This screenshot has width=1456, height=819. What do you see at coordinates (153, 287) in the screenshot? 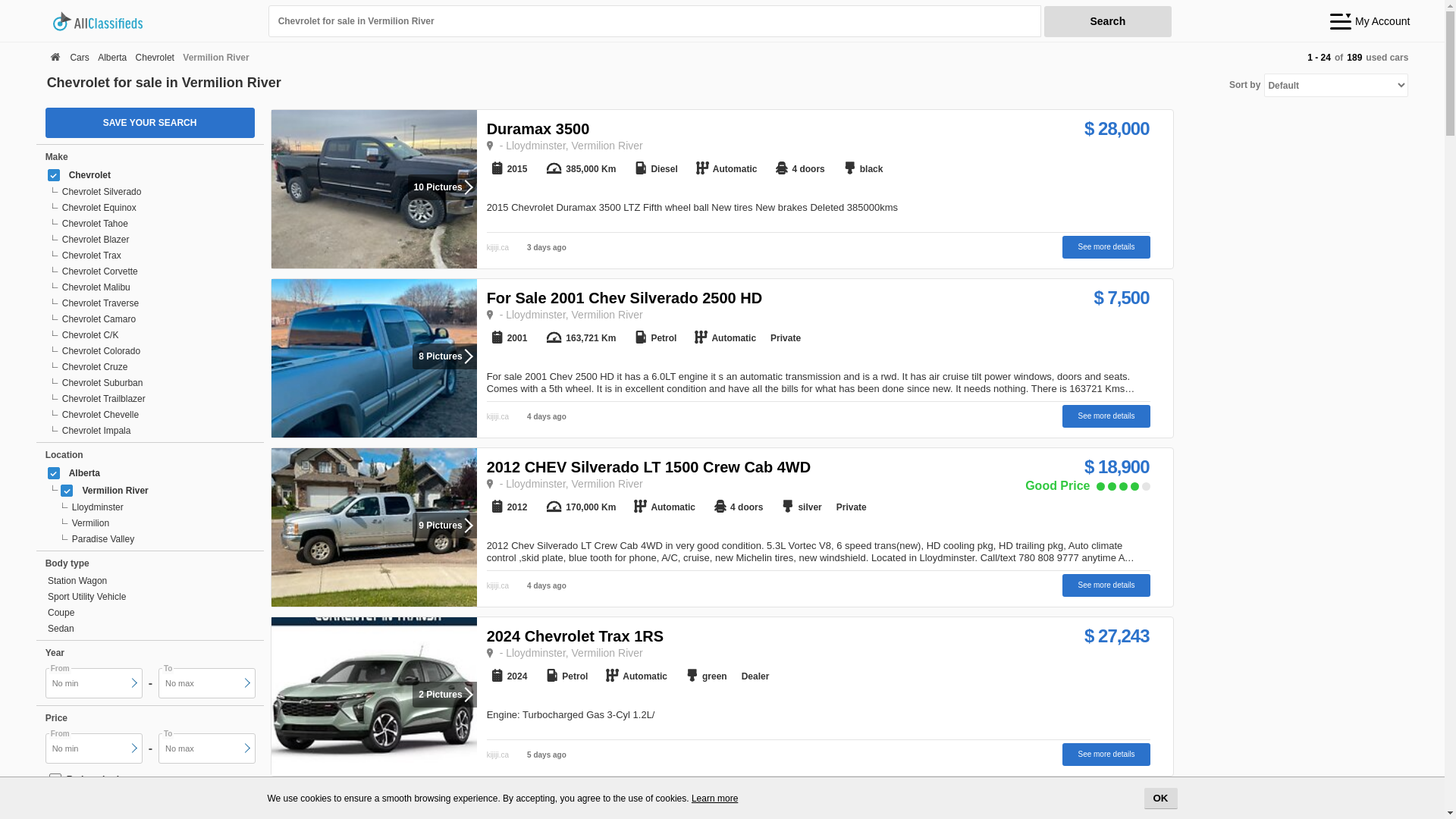
I see `'Chevrolet Malibu'` at bounding box center [153, 287].